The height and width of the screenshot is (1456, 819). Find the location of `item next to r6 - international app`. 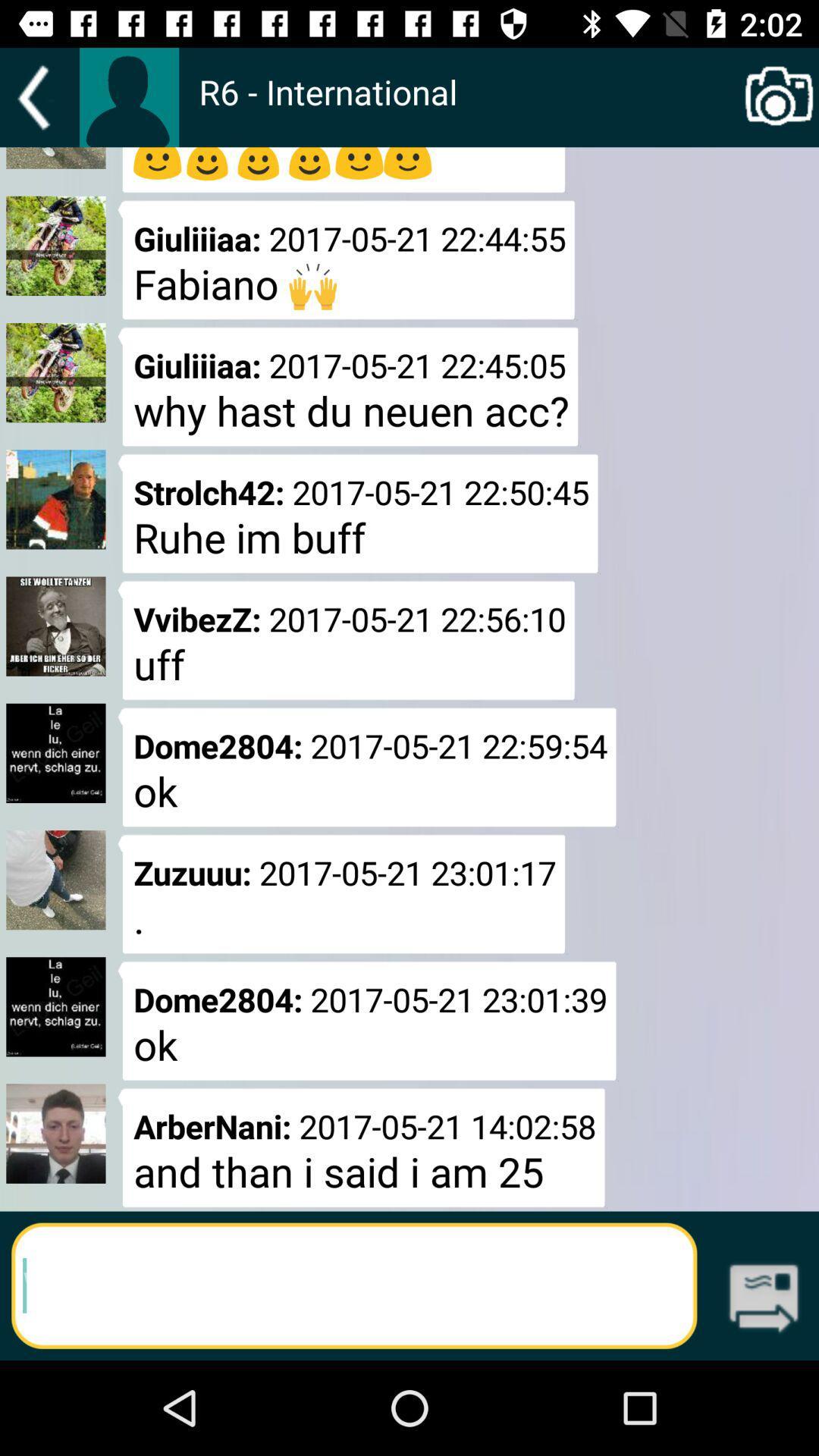

item next to r6 - international app is located at coordinates (779, 97).